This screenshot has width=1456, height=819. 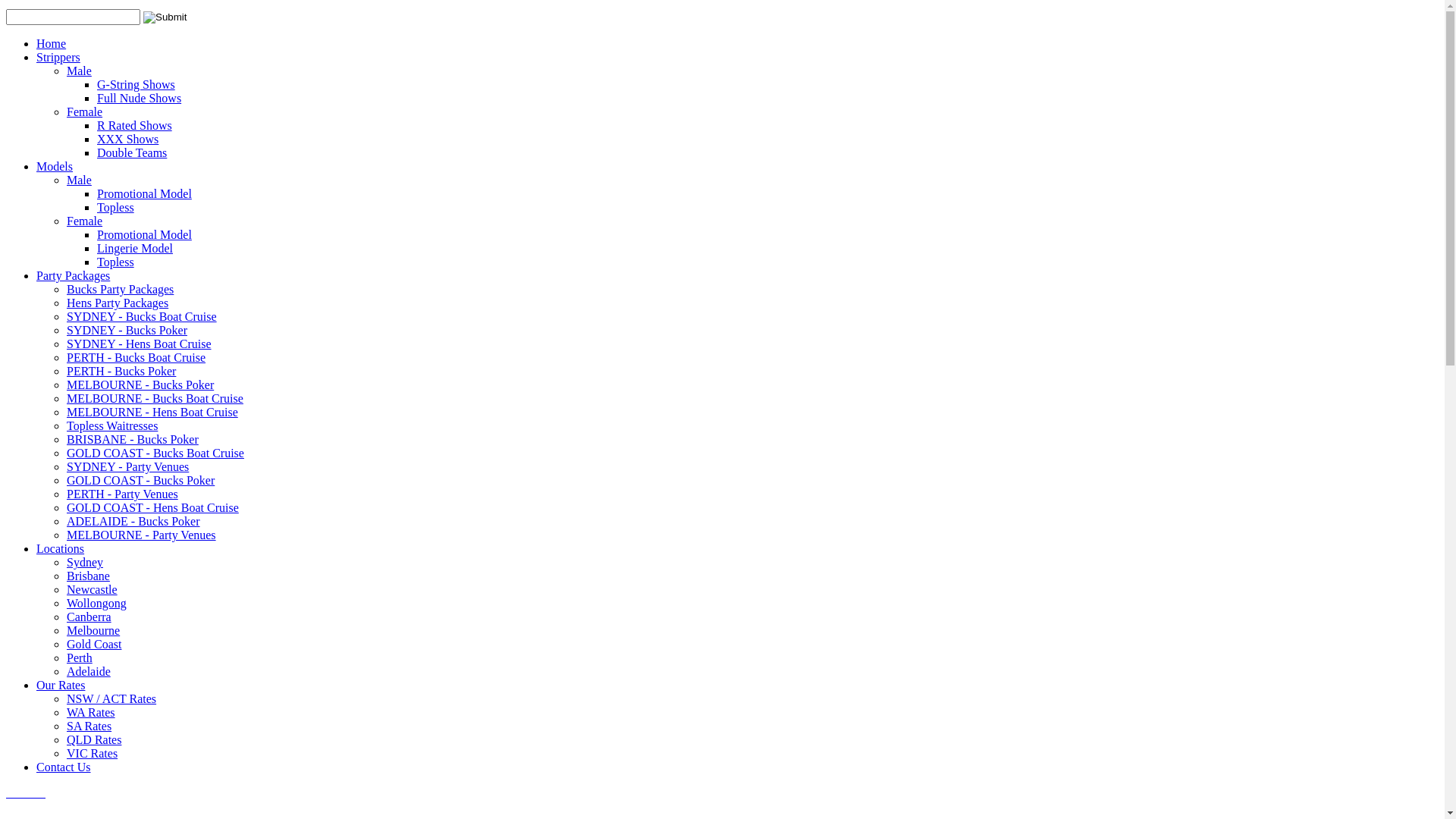 What do you see at coordinates (96, 139) in the screenshot?
I see `'XXX Shows'` at bounding box center [96, 139].